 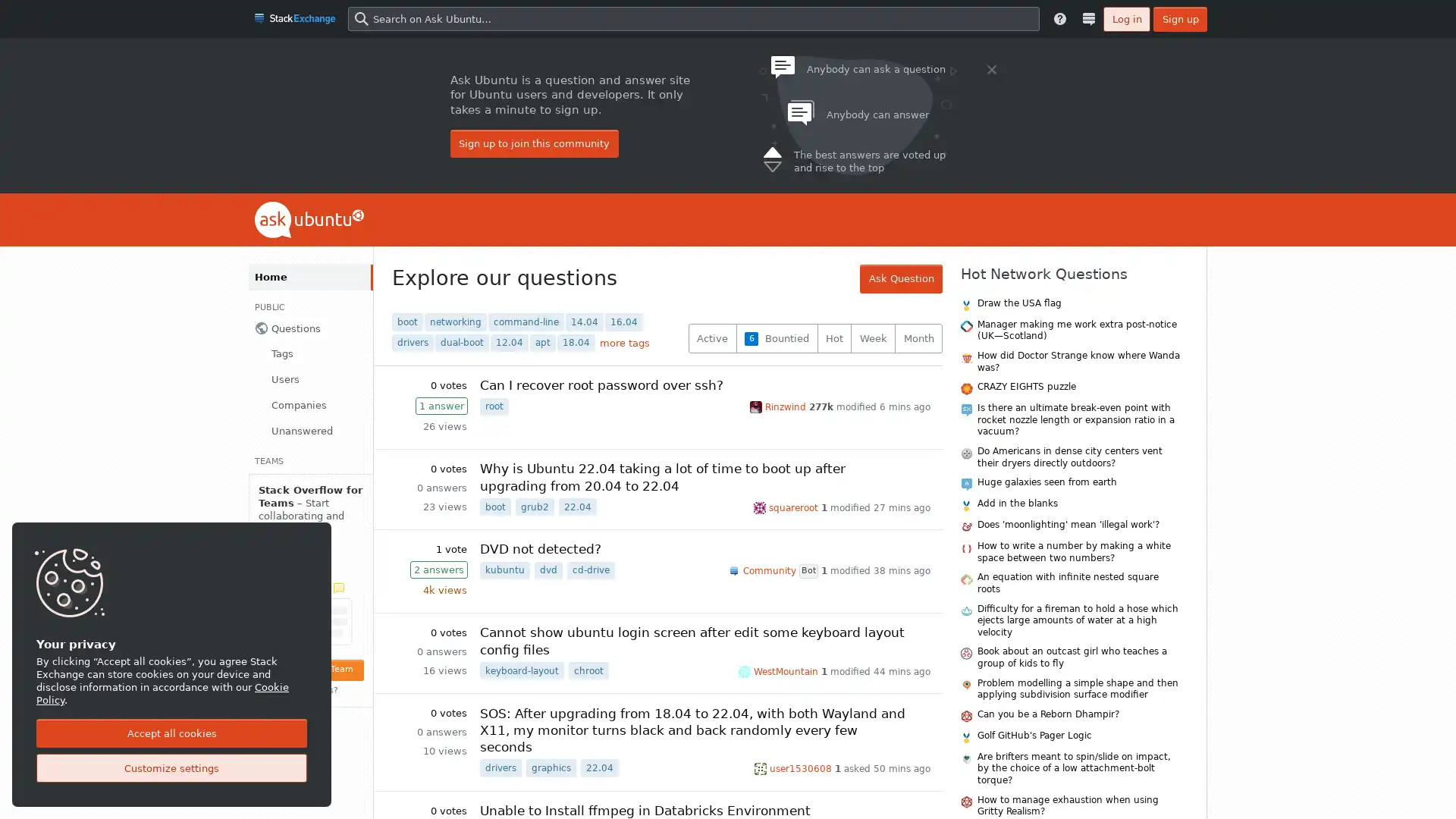 What do you see at coordinates (171, 768) in the screenshot?
I see `Customize settings` at bounding box center [171, 768].